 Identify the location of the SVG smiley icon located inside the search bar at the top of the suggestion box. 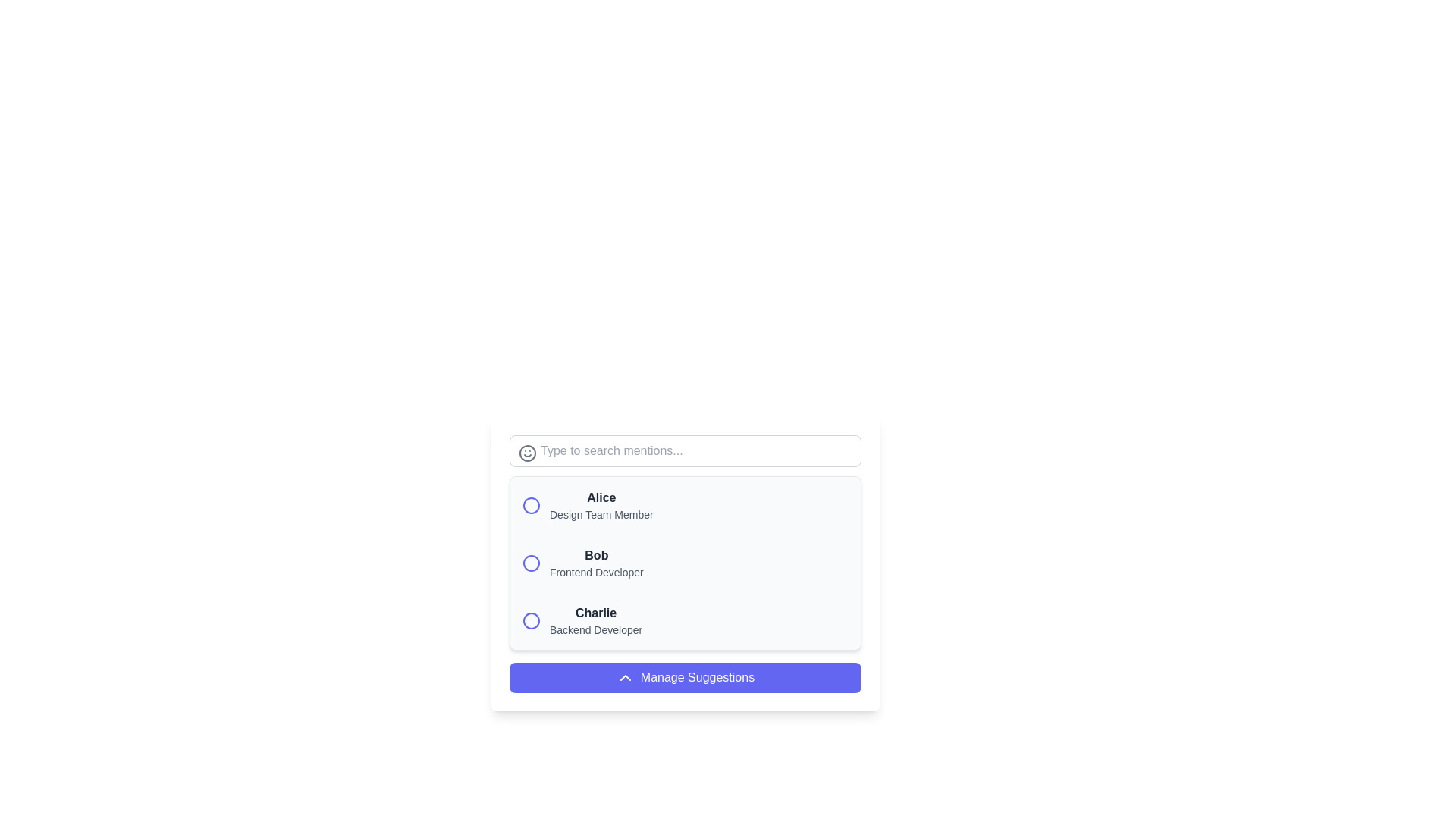
(528, 452).